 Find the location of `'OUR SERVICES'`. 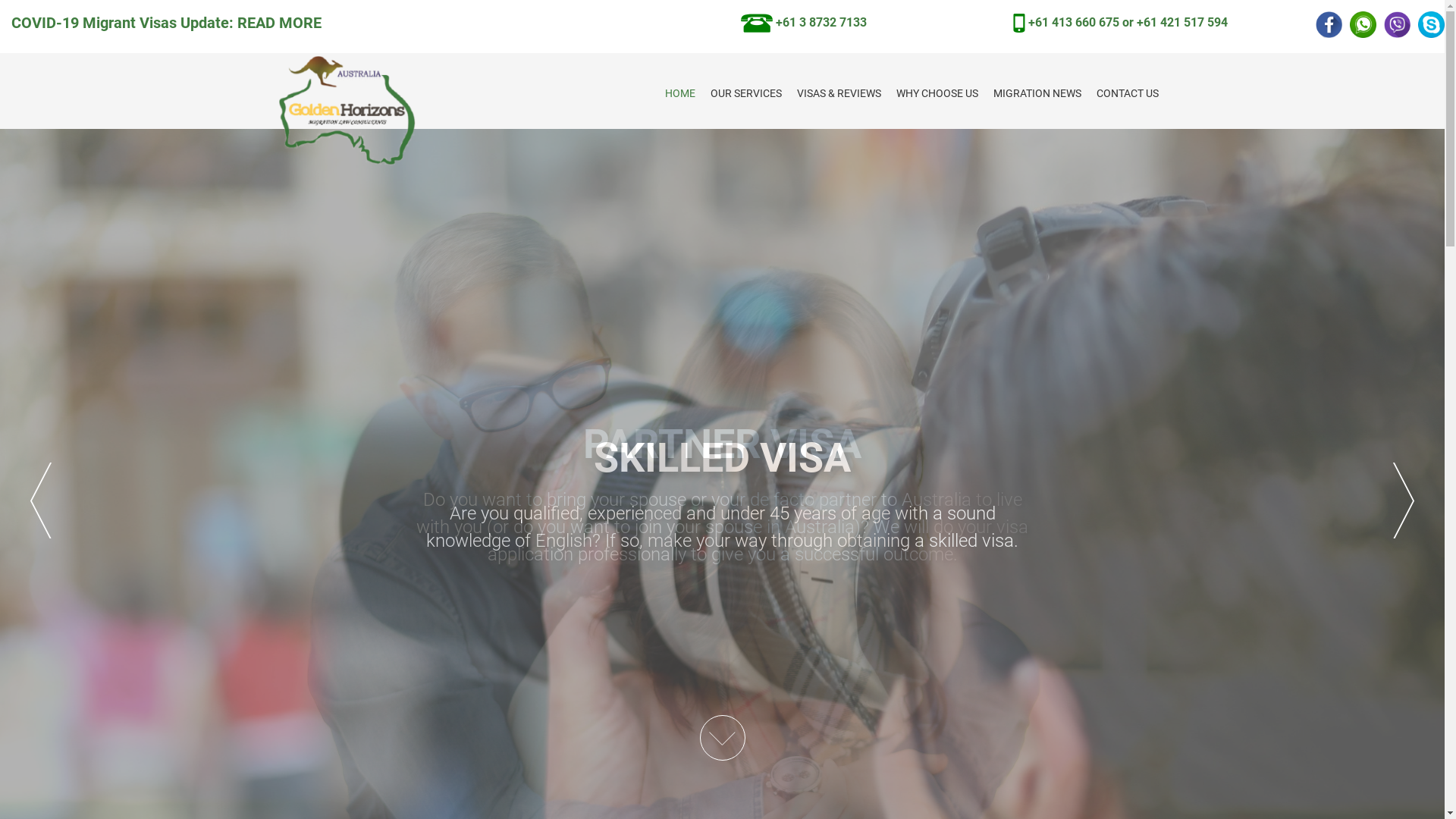

'OUR SERVICES' is located at coordinates (745, 93).